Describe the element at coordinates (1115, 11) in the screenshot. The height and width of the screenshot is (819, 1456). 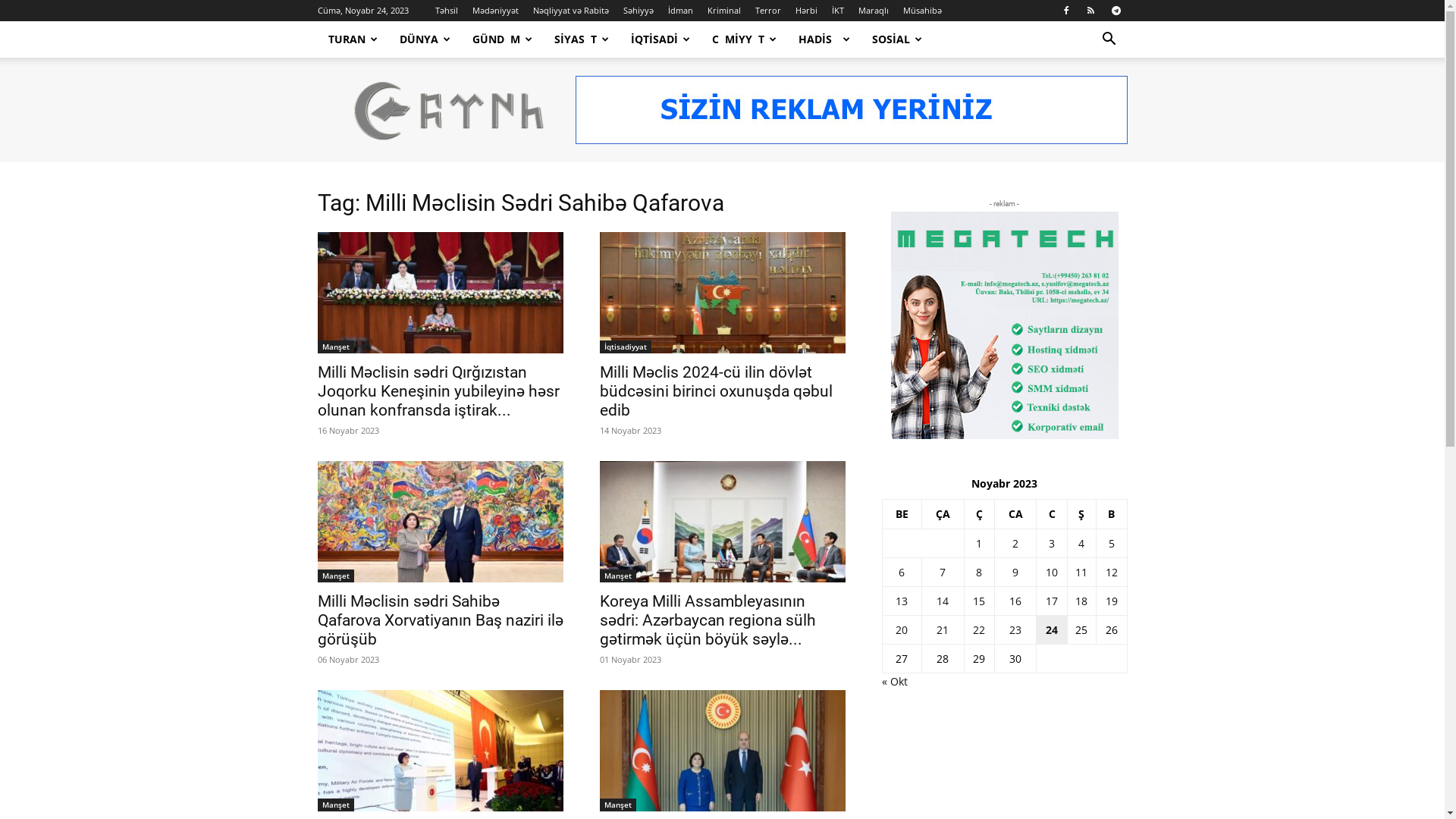
I see `'Telegram'` at that location.